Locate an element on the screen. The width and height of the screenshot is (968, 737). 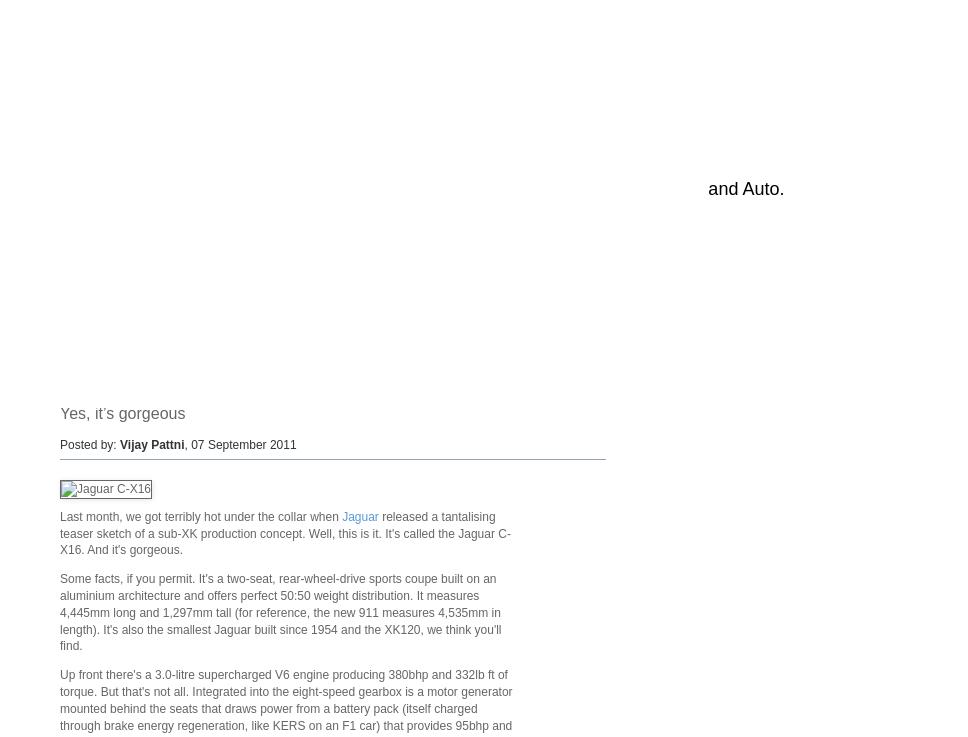
'Last month, we got terribly hot under the collar when' is located at coordinates (200, 514).